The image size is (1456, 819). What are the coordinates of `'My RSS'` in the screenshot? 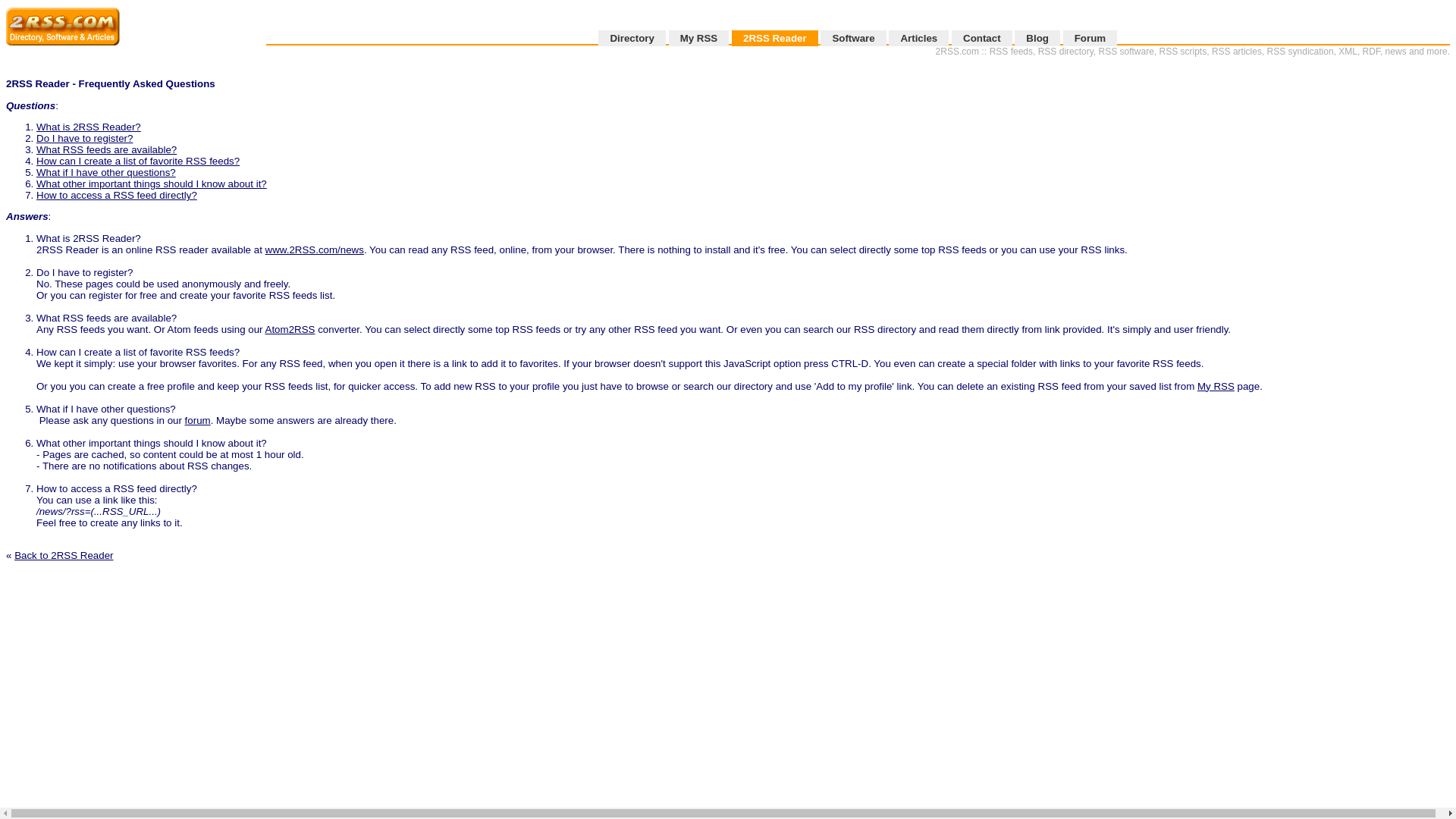 It's located at (698, 37).